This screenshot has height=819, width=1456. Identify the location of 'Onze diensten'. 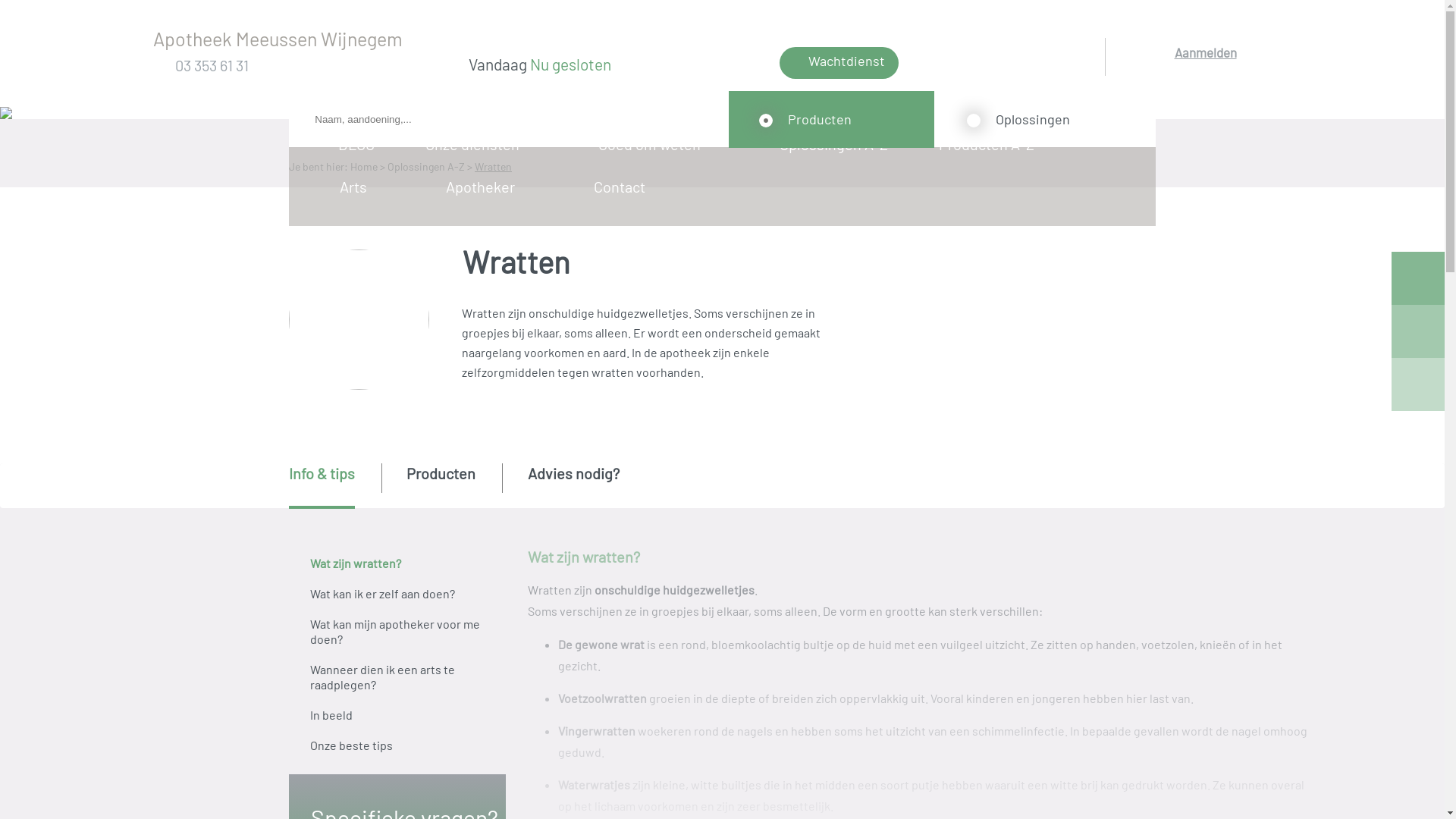
(476, 143).